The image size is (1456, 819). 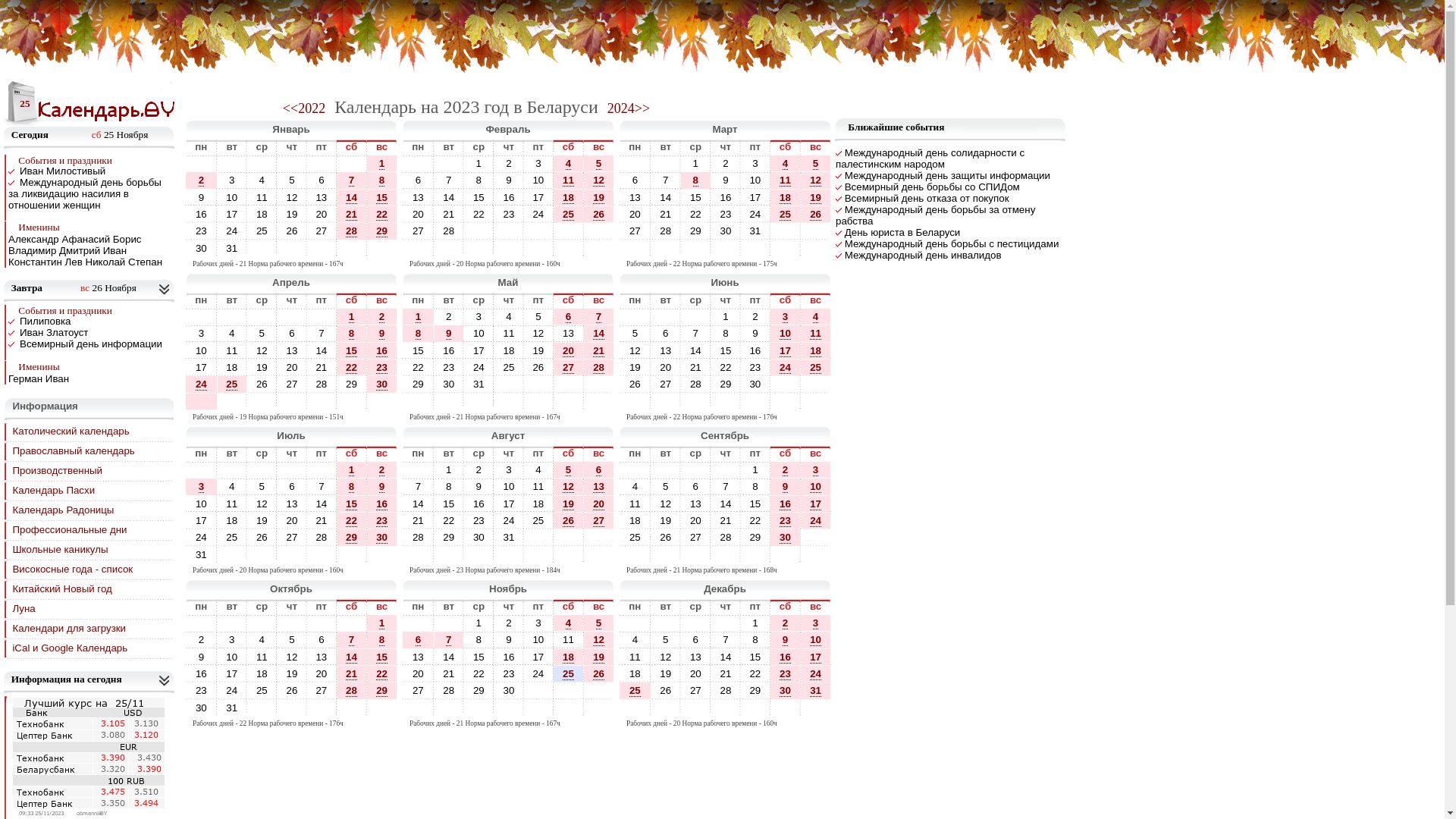 What do you see at coordinates (695, 180) in the screenshot?
I see `'8'` at bounding box center [695, 180].